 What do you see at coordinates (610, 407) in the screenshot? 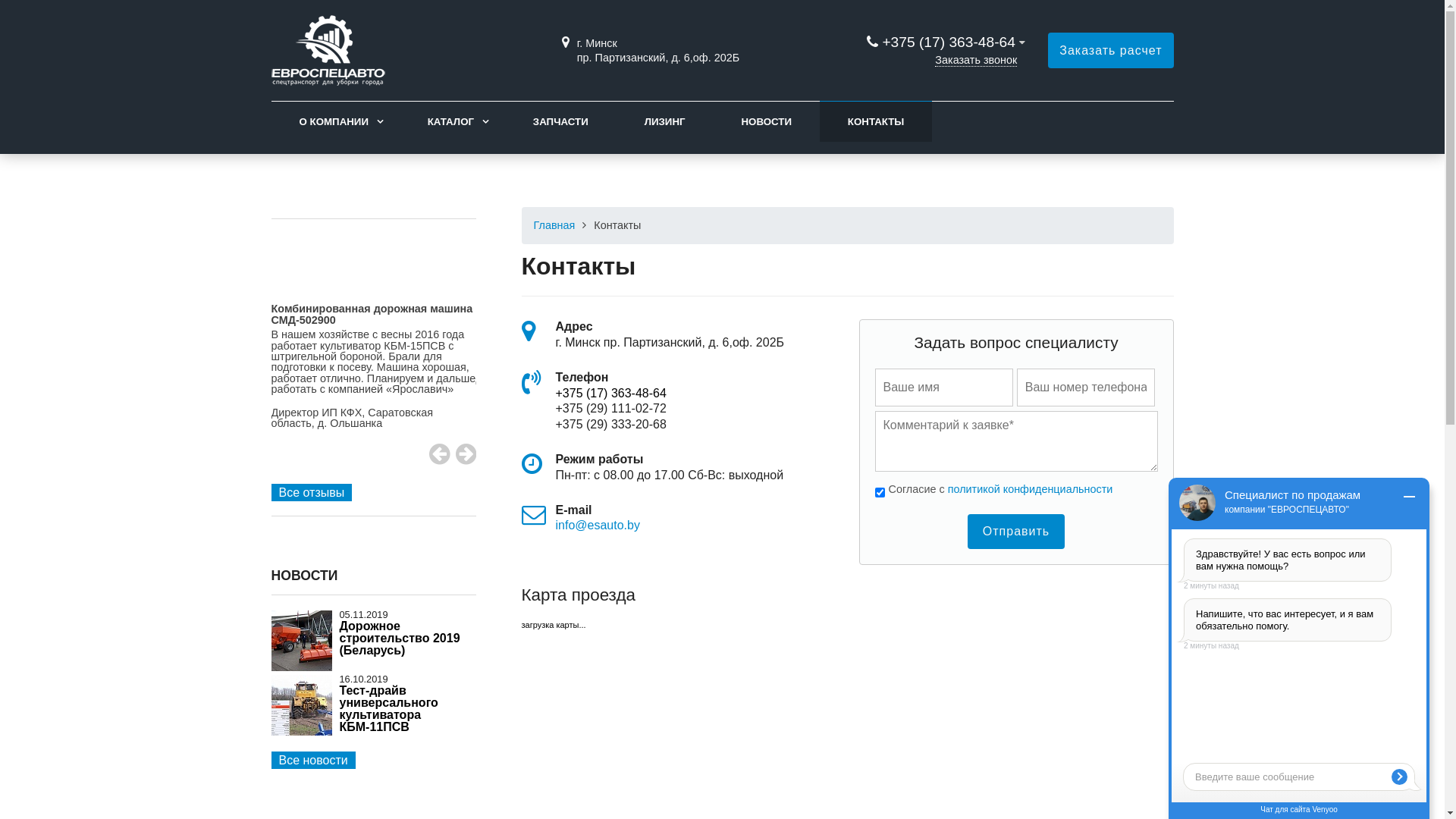
I see `'+375 (29) 111-02-72'` at bounding box center [610, 407].